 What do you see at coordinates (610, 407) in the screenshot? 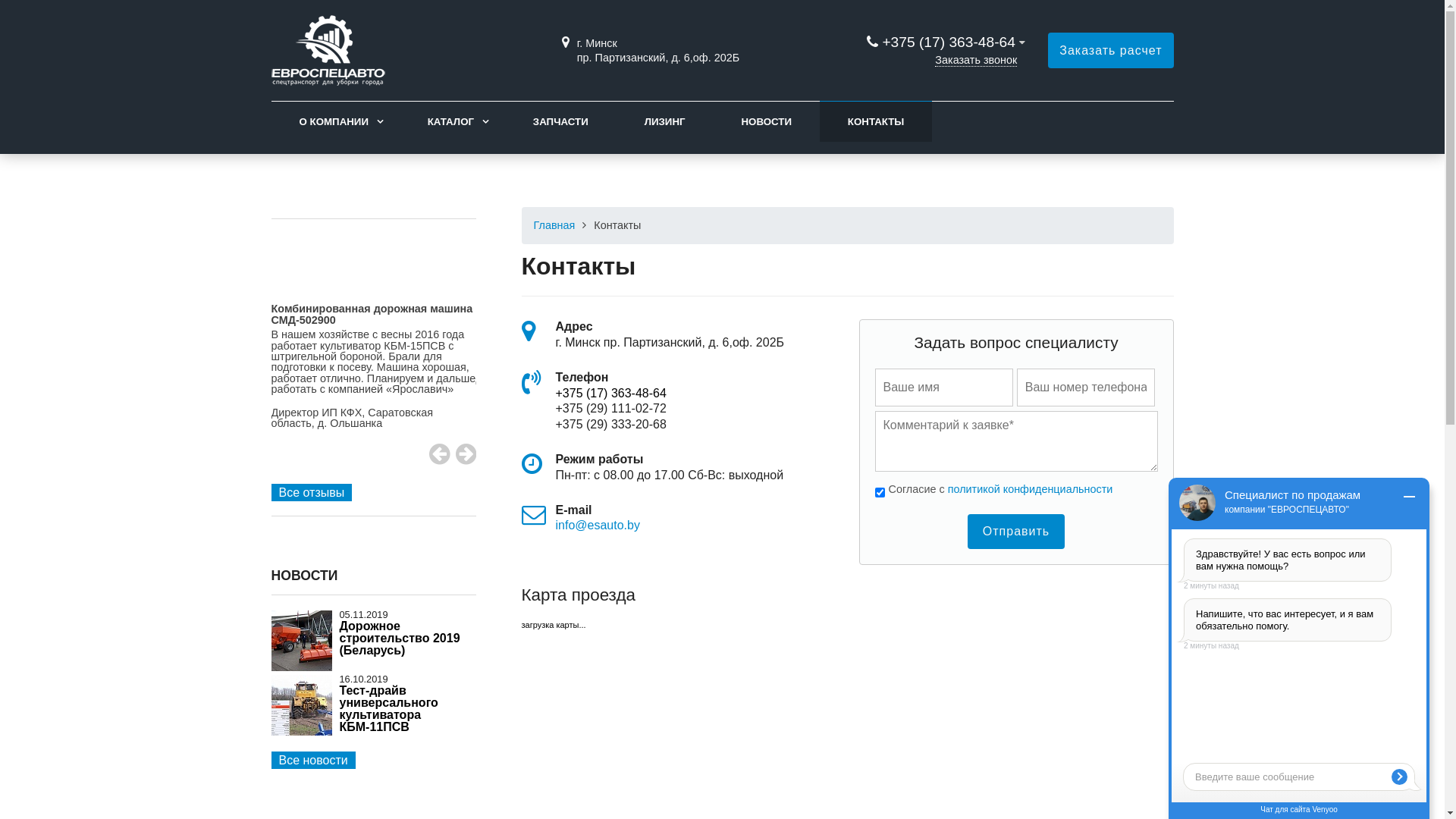
I see `'+375 (29) 111-02-72'` at bounding box center [610, 407].